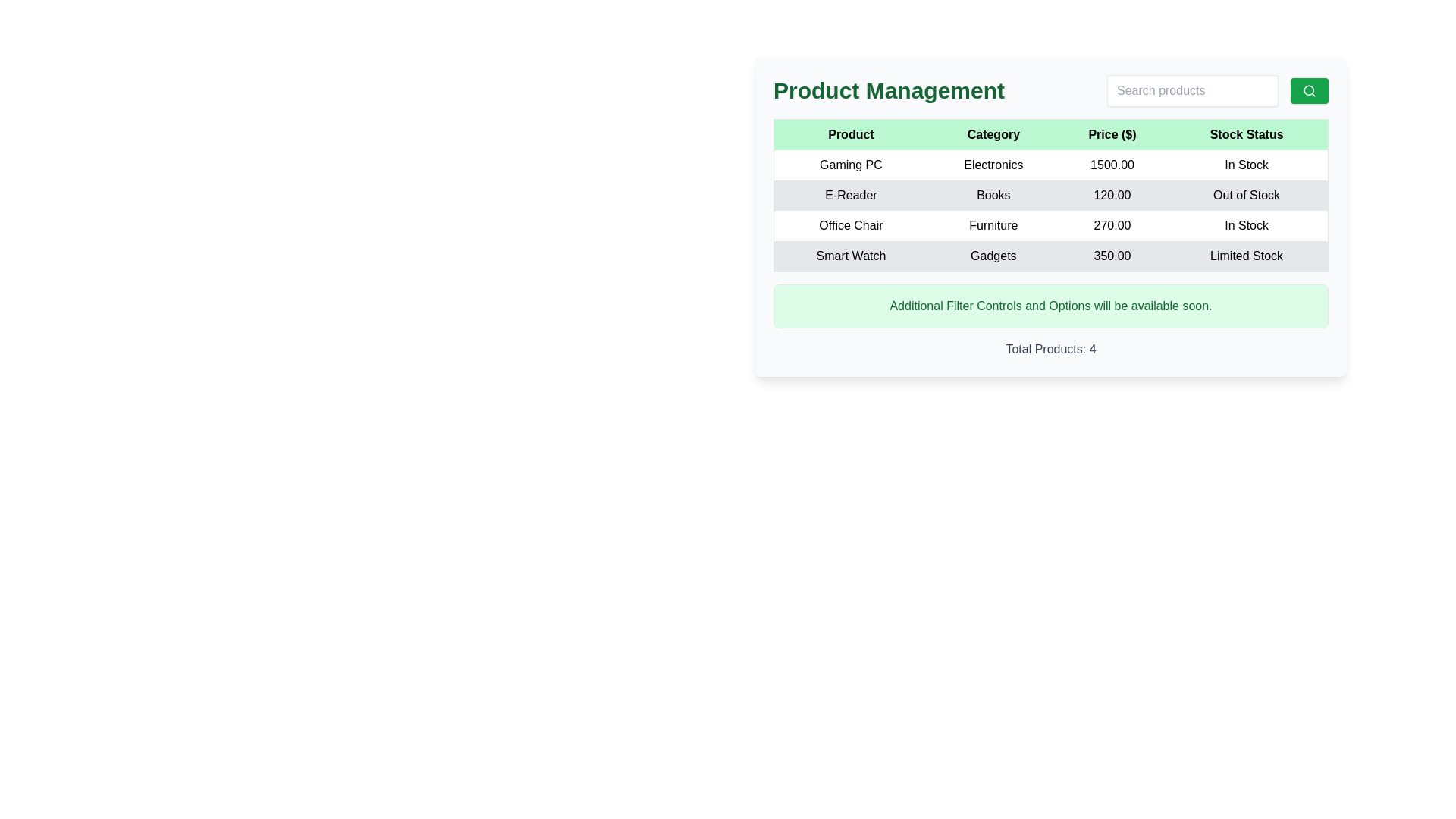  Describe the element at coordinates (851, 256) in the screenshot. I see `the static text label that identifies the product as 'Smart Watch' in the product table` at that location.